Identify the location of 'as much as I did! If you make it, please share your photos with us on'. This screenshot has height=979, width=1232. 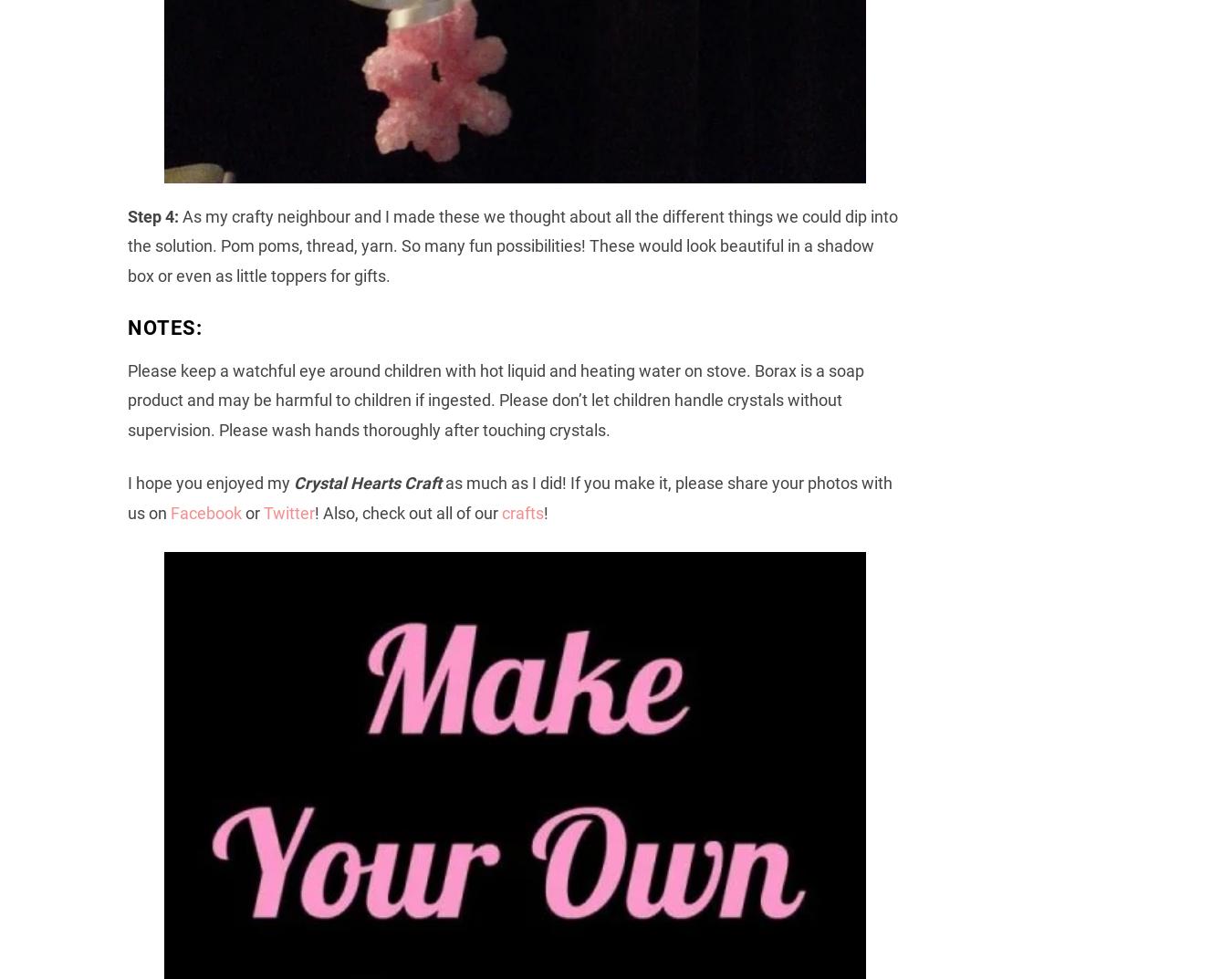
(509, 497).